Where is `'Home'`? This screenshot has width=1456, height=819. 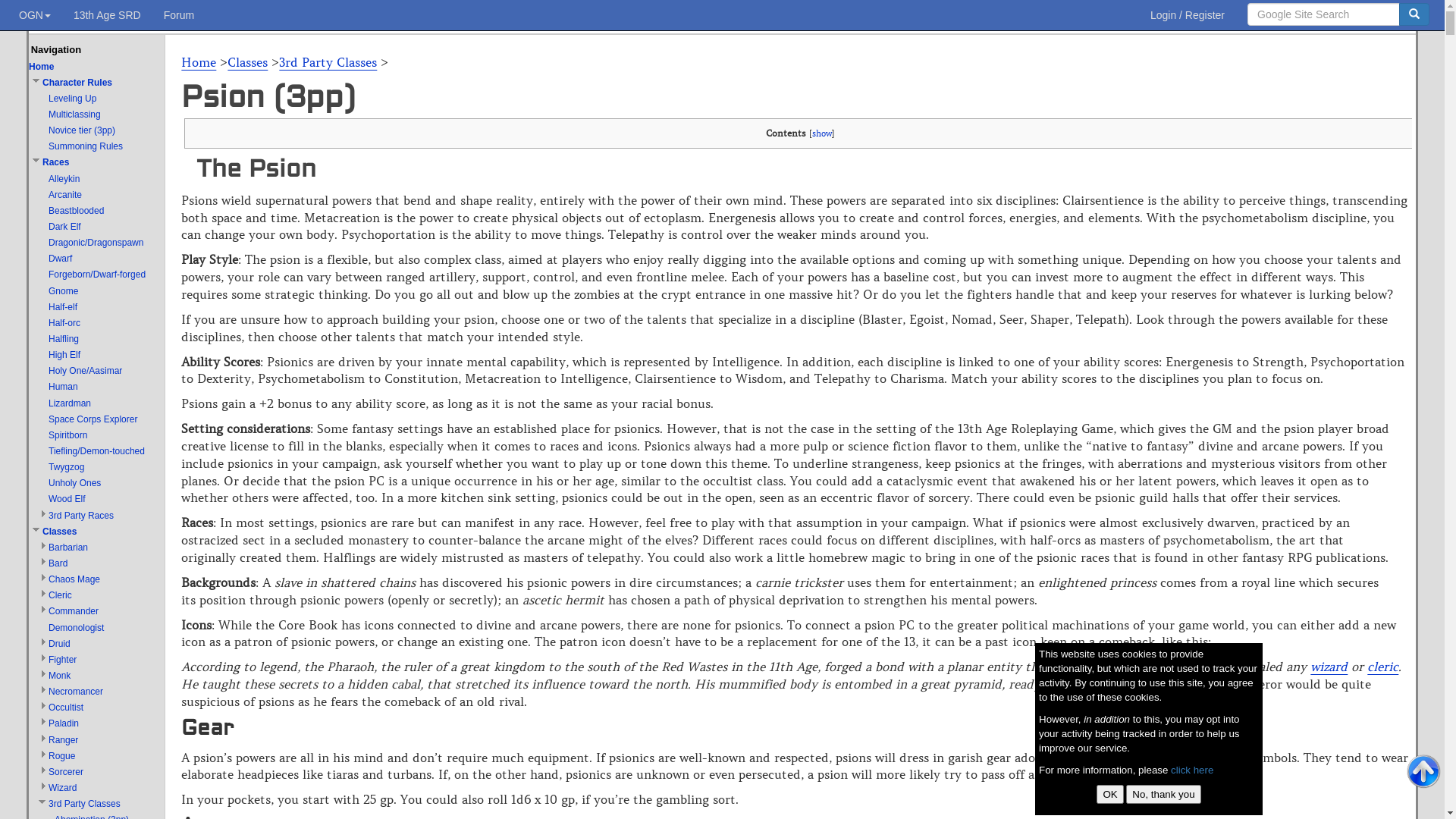
'Home' is located at coordinates (198, 61).